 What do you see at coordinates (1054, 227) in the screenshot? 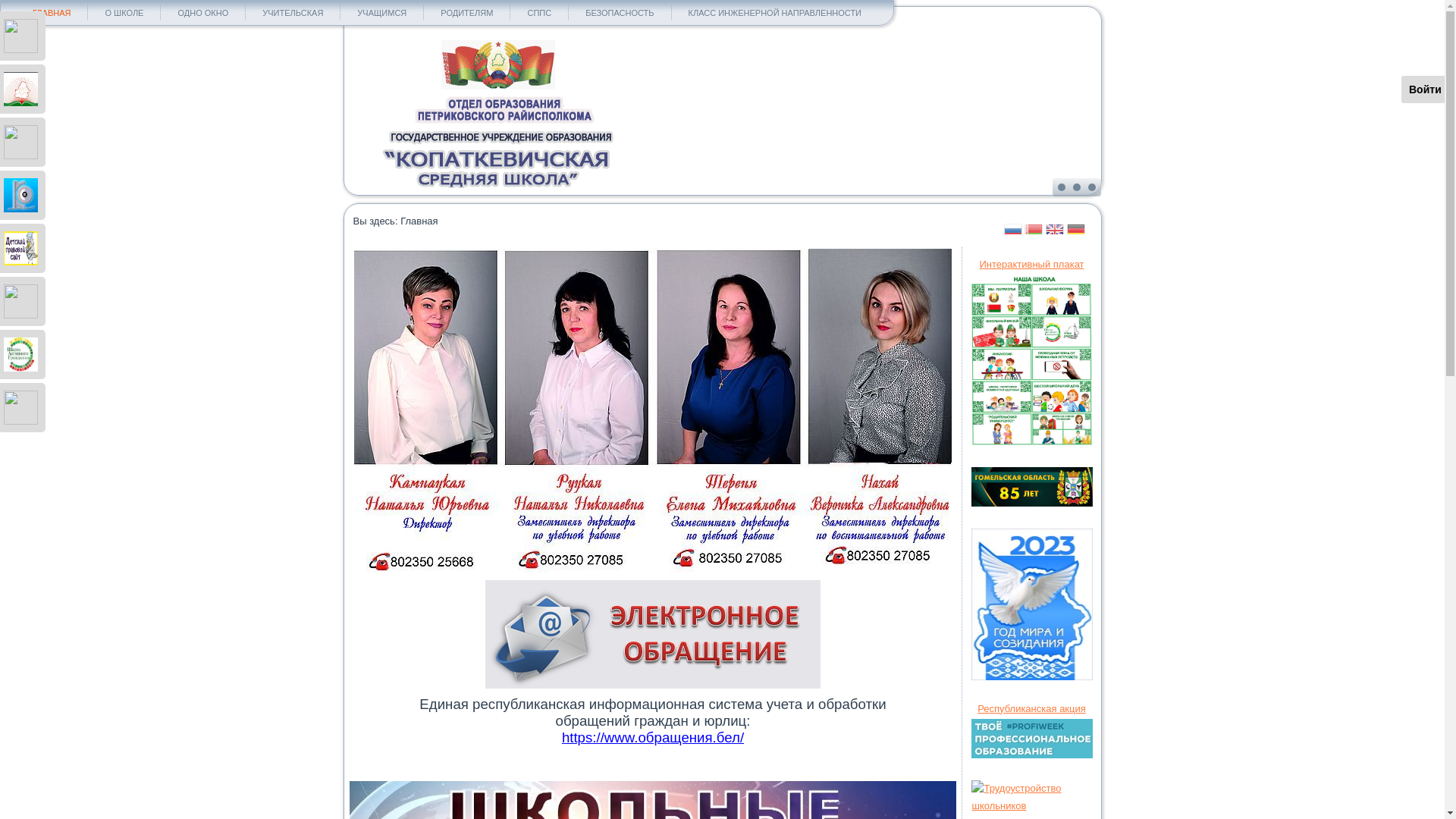
I see `'English'` at bounding box center [1054, 227].